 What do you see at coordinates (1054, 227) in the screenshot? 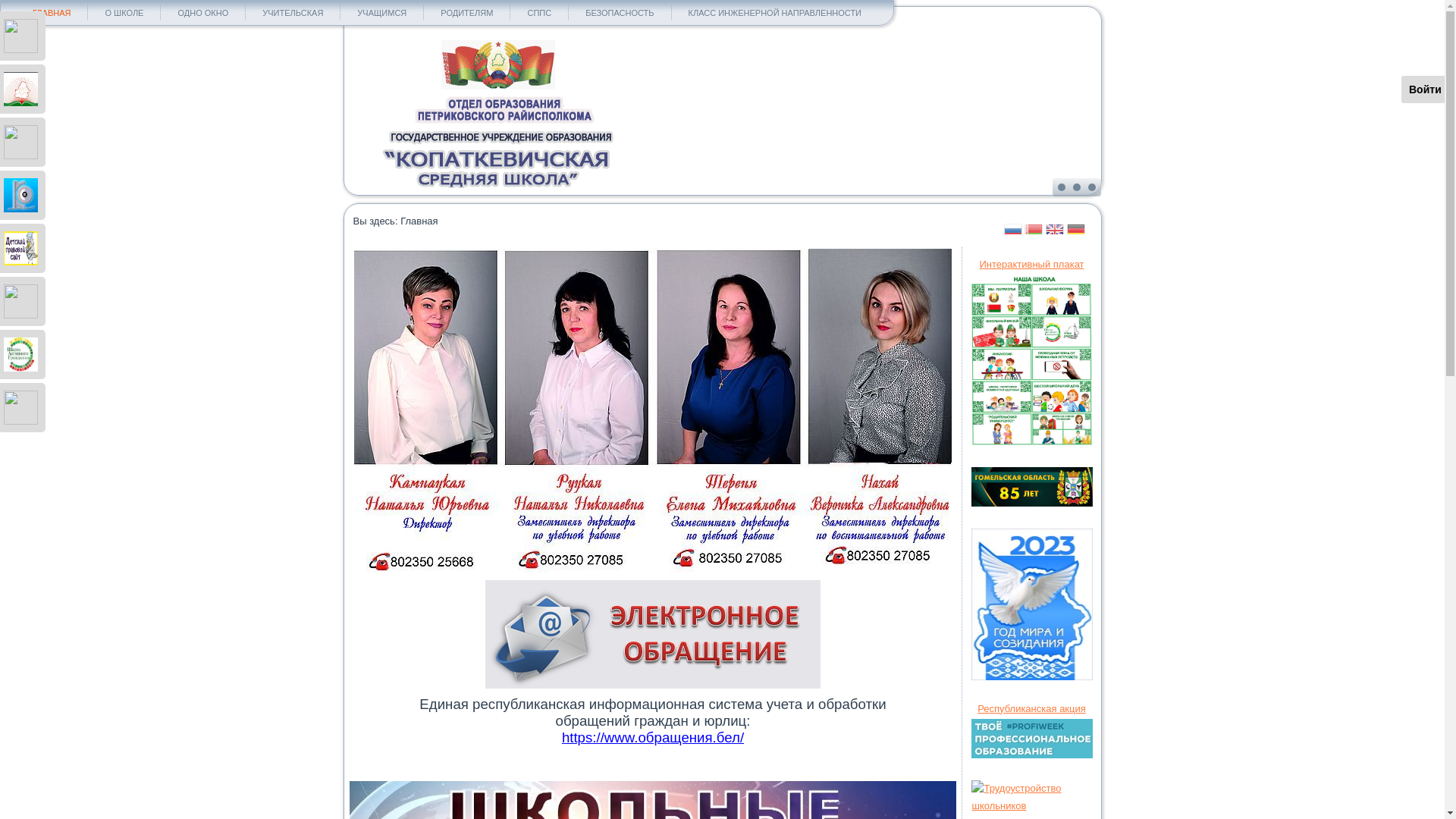
I see `'English'` at bounding box center [1054, 227].